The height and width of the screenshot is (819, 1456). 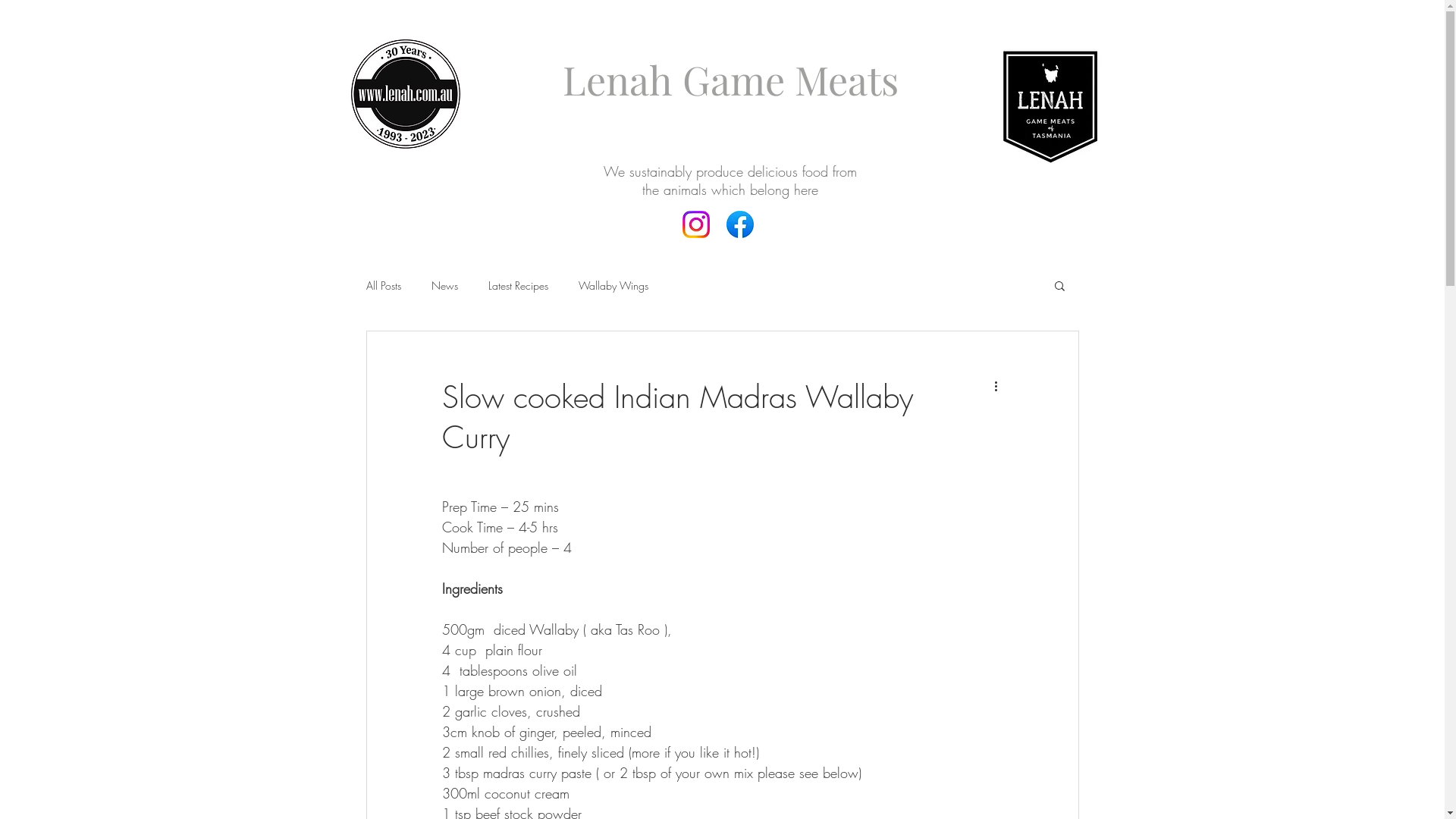 I want to click on 'Restaurant Social Bar', so click(x=714, y=238).